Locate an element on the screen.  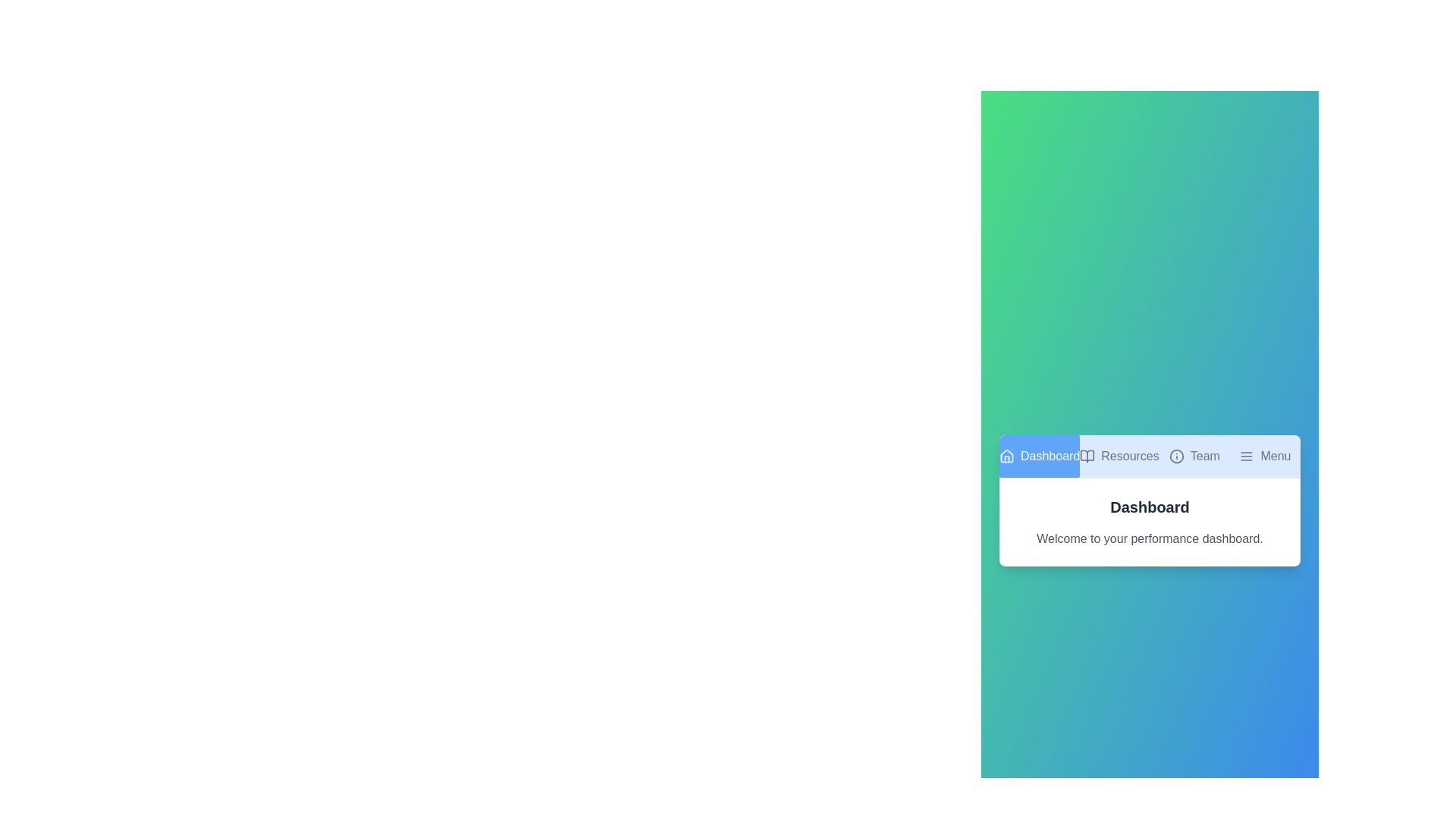
the tab Resources by clicking on its corresponding button is located at coordinates (1119, 455).